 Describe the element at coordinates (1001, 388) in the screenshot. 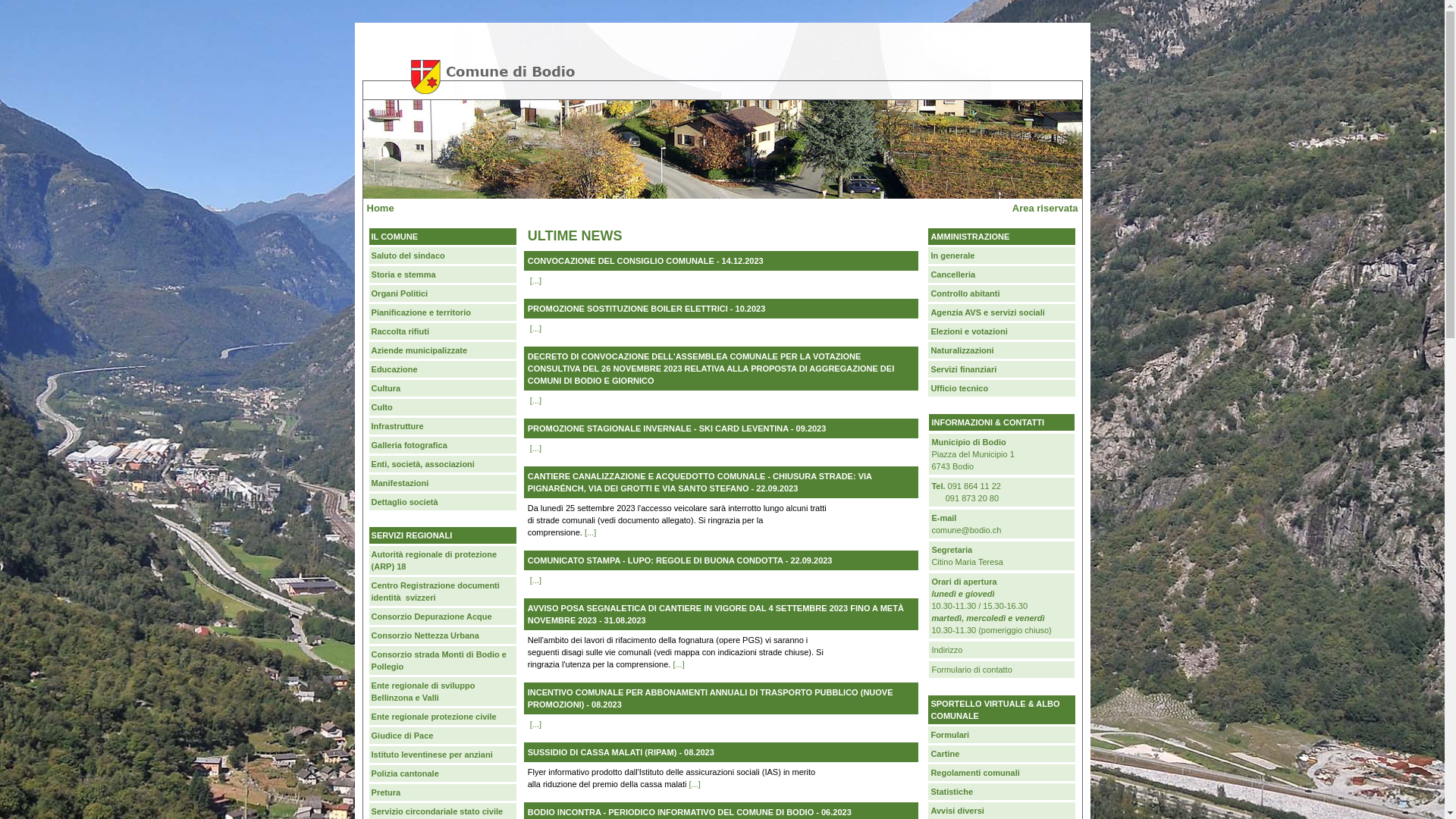

I see `'Ufficio tecnico'` at that location.